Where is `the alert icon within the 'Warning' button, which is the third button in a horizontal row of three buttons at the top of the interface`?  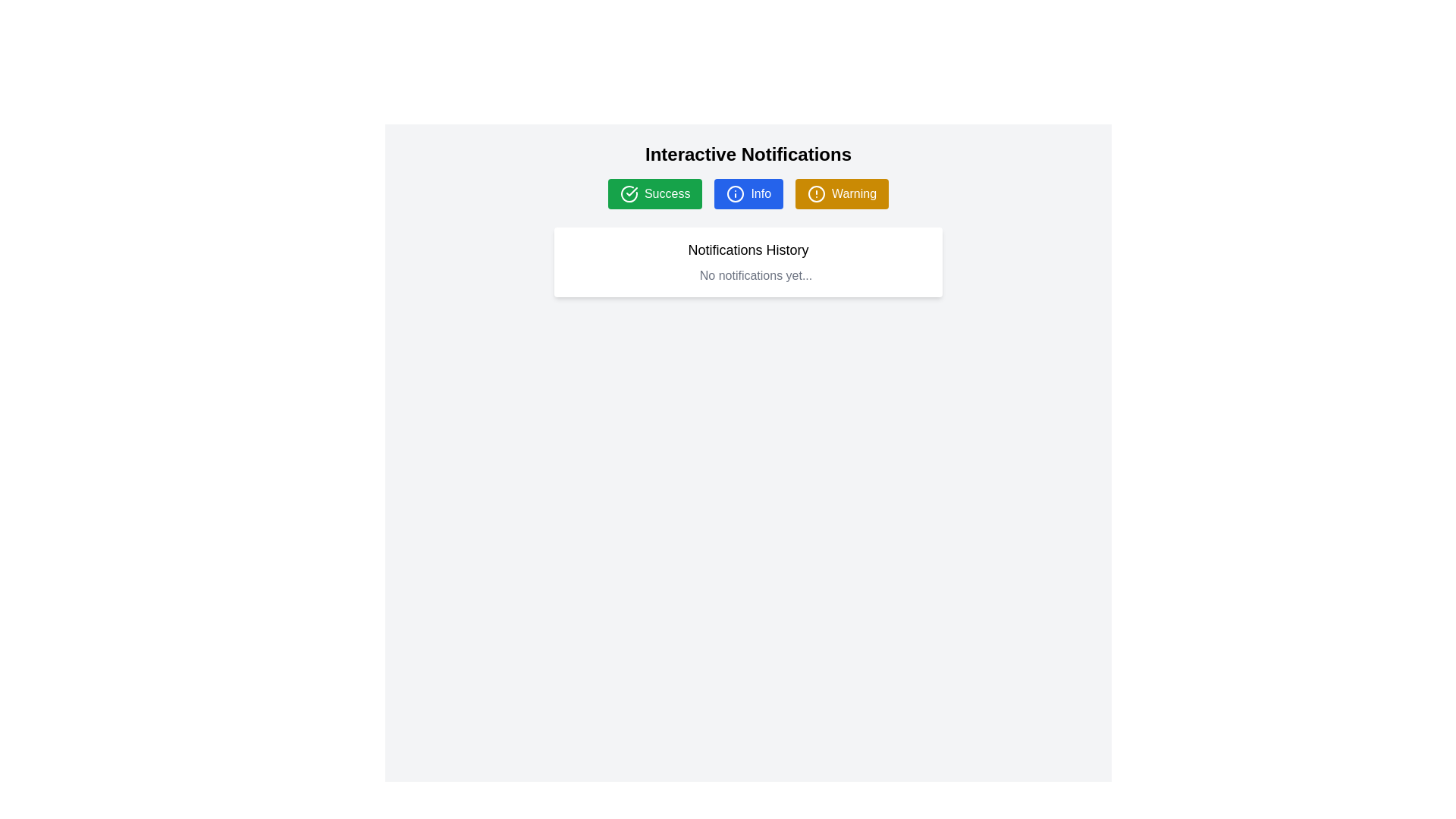
the alert icon within the 'Warning' button, which is the third button in a horizontal row of three buttons at the top of the interface is located at coordinates (816, 193).